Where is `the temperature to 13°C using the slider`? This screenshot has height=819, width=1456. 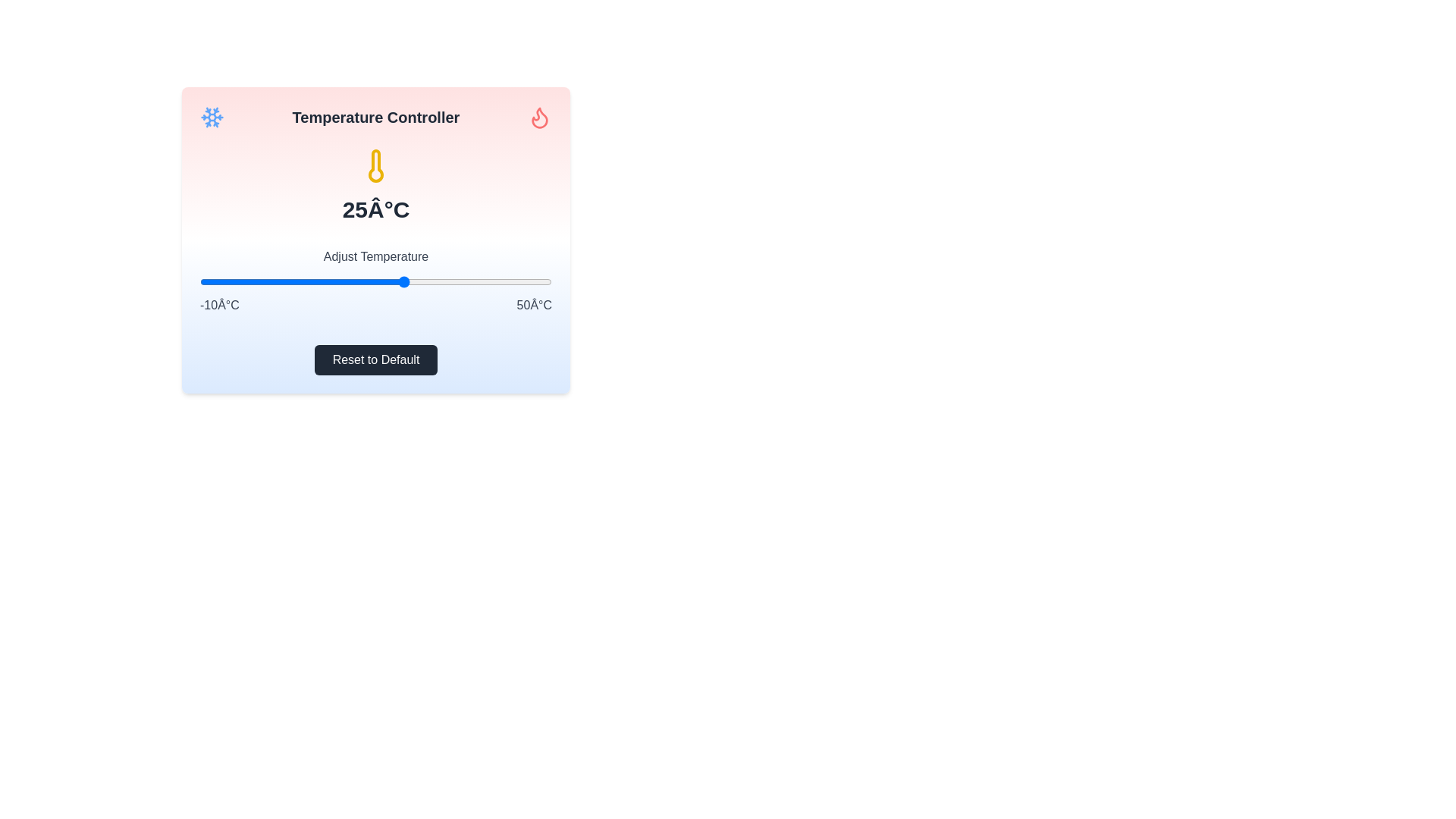 the temperature to 13°C using the slider is located at coordinates (334, 281).